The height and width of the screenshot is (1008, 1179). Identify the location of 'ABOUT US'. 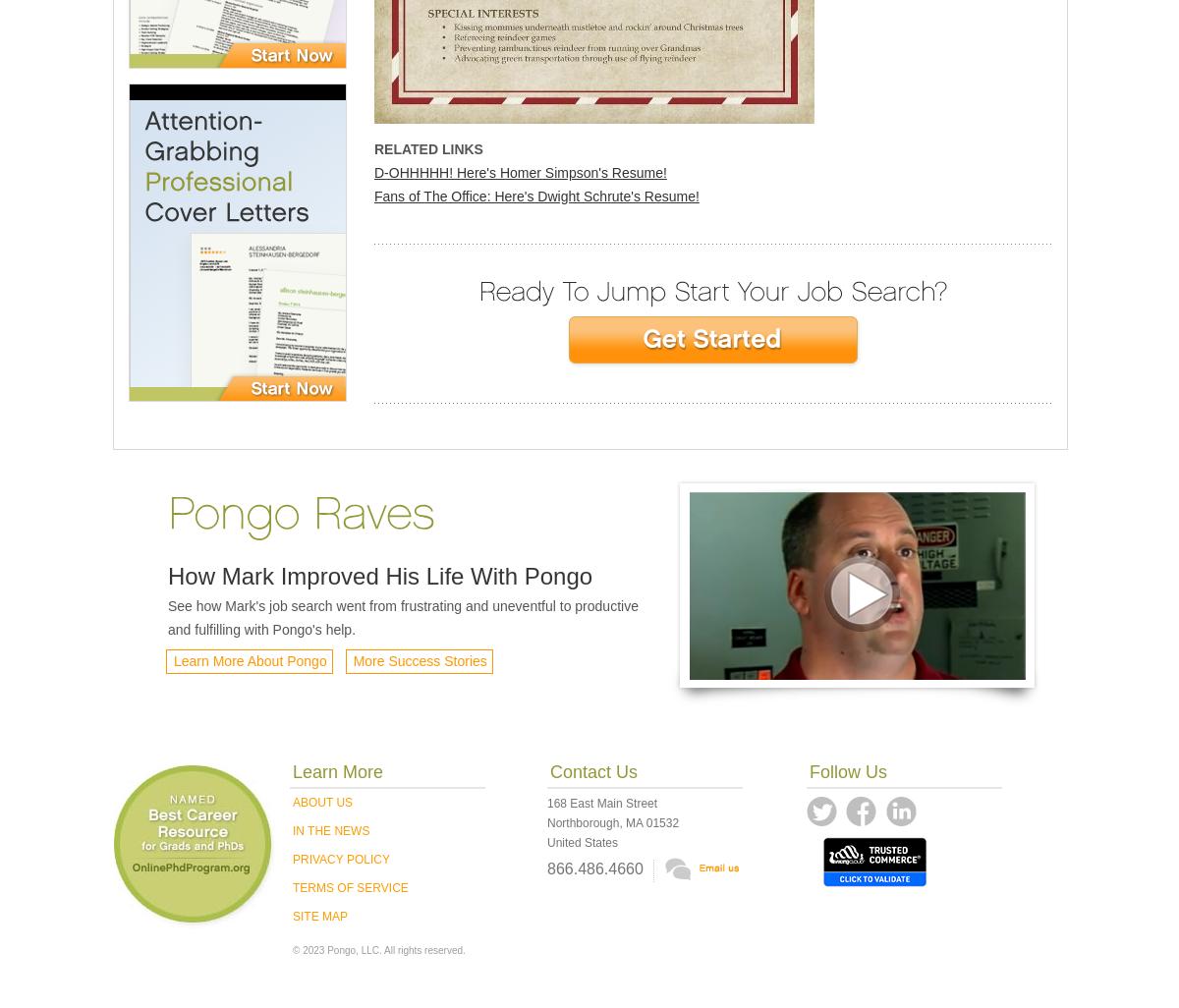
(322, 802).